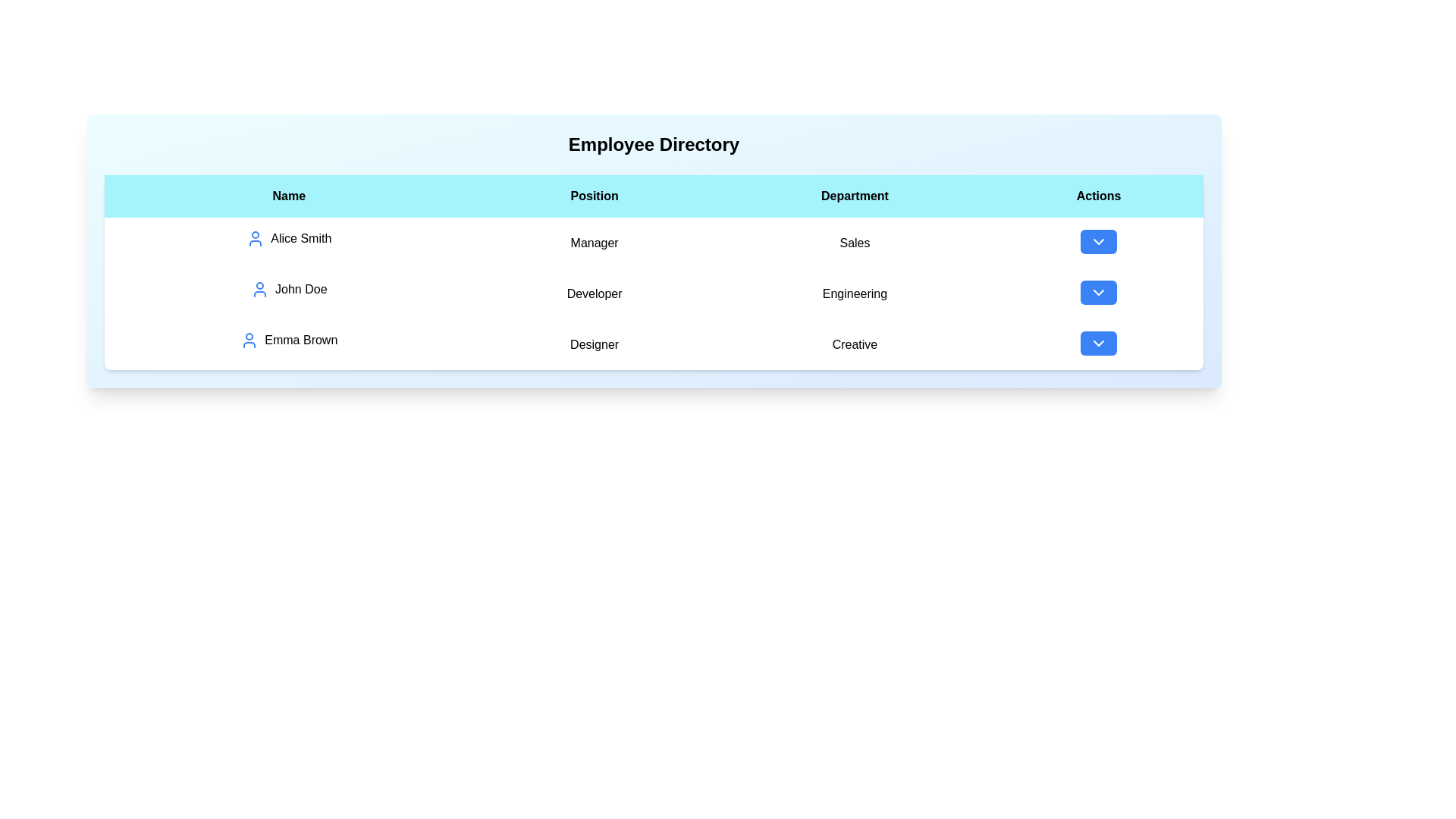 This screenshot has width=1456, height=819. Describe the element at coordinates (654, 293) in the screenshot. I see `the table row displaying information for 'John Doe', which includes the position 'Developer' and department 'Engineering'. This row is located between the rows for 'Alice Smith' and 'Emma Brown'` at that location.